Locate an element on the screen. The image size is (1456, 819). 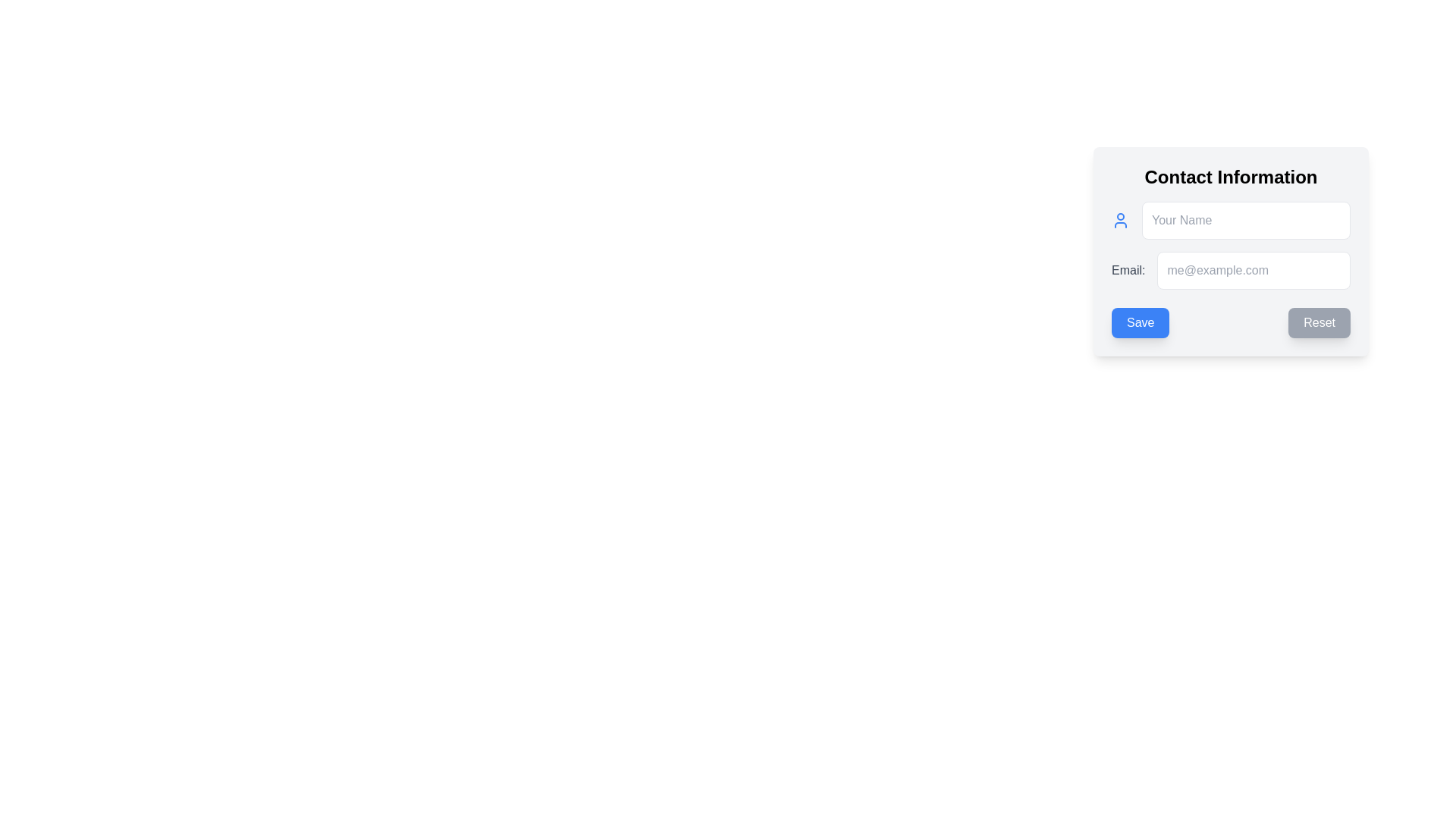
the user icon, which is a blue SVG representation of a person's outline located to the left of the text input field labeled 'Your Name' within the 'Contact Information' card is located at coordinates (1121, 220).